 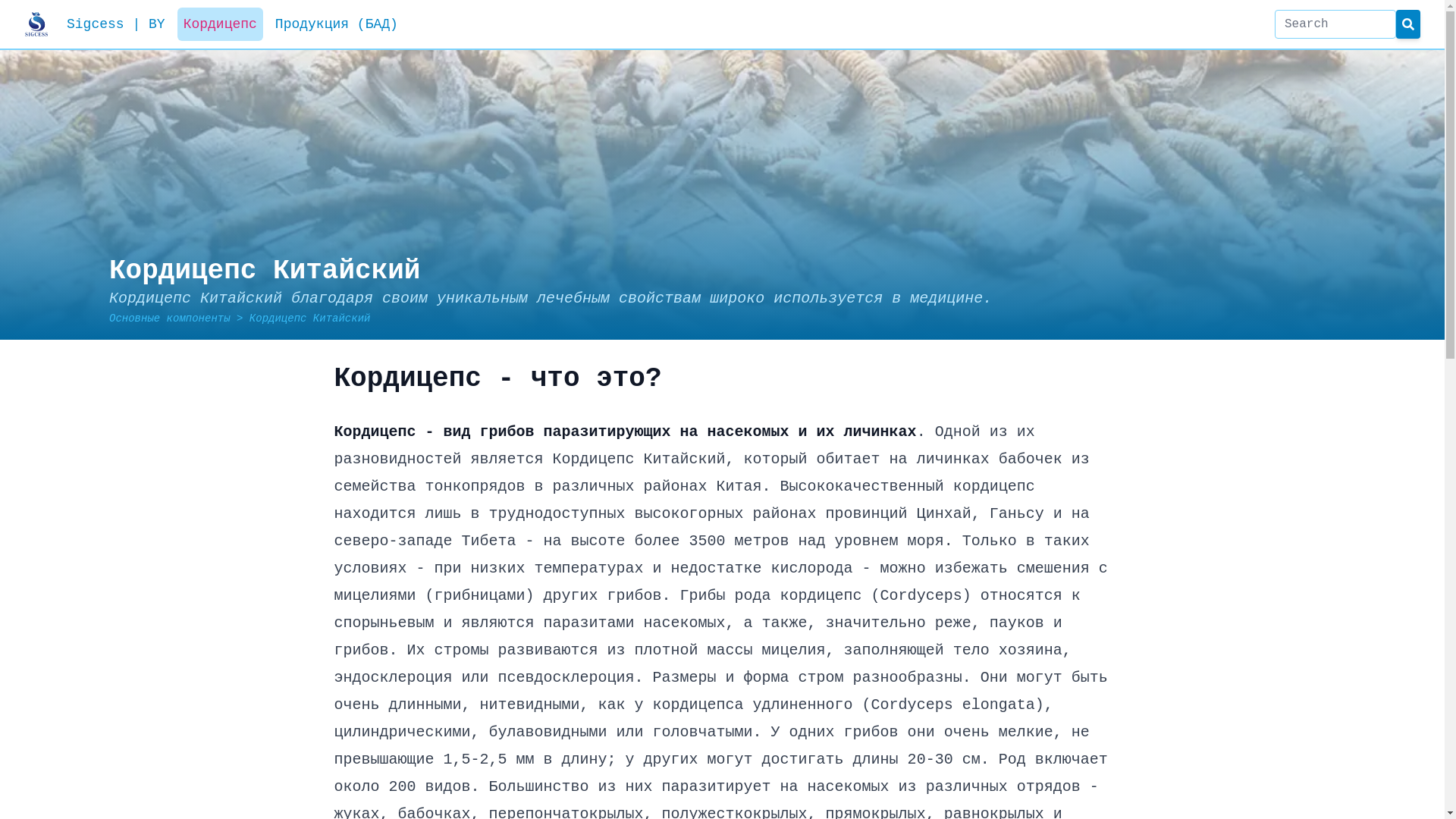 What do you see at coordinates (115, 24) in the screenshot?
I see `'Sigcess | BY'` at bounding box center [115, 24].